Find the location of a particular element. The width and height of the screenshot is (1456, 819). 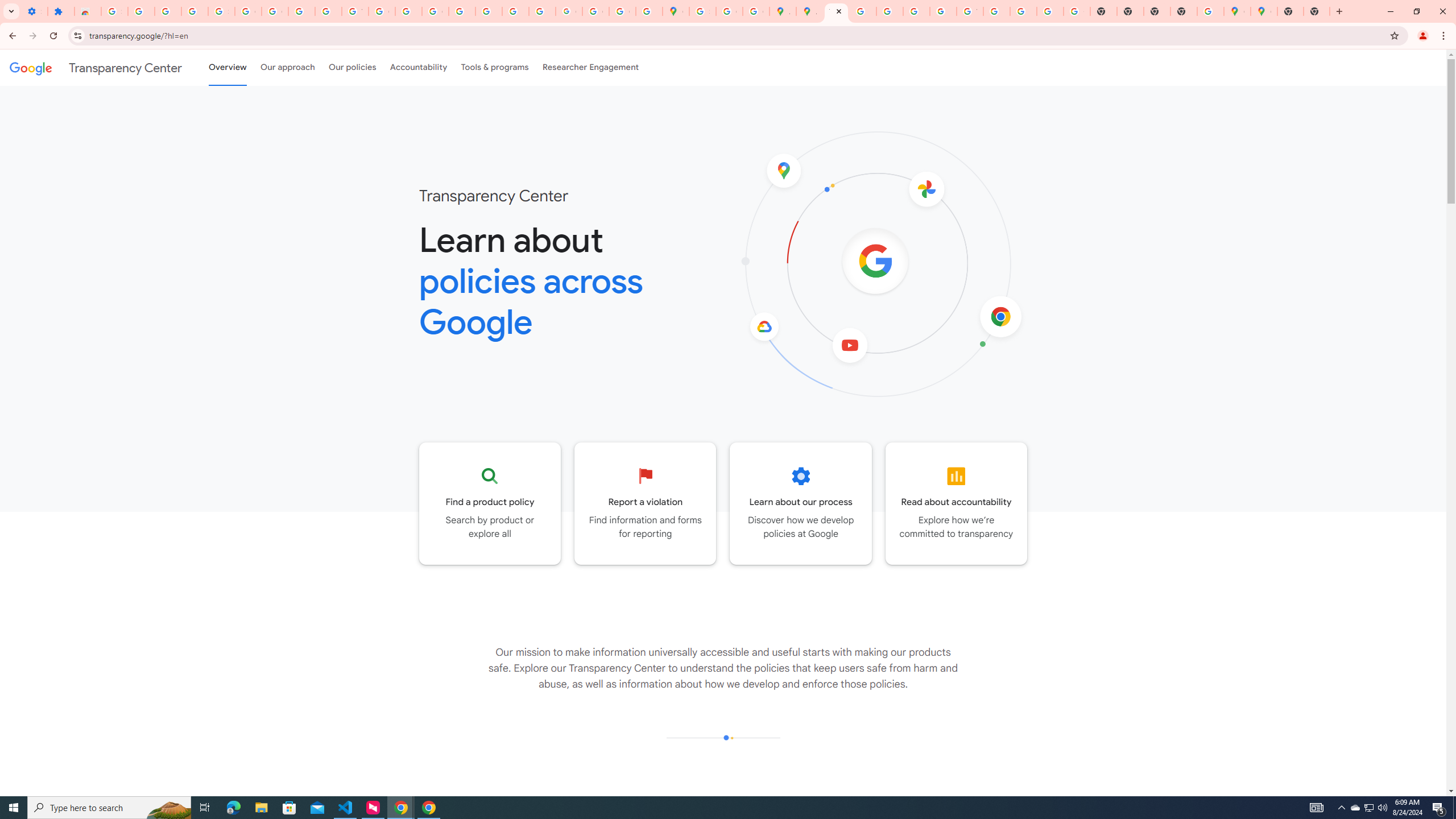

'Google Account Help' is located at coordinates (248, 11).